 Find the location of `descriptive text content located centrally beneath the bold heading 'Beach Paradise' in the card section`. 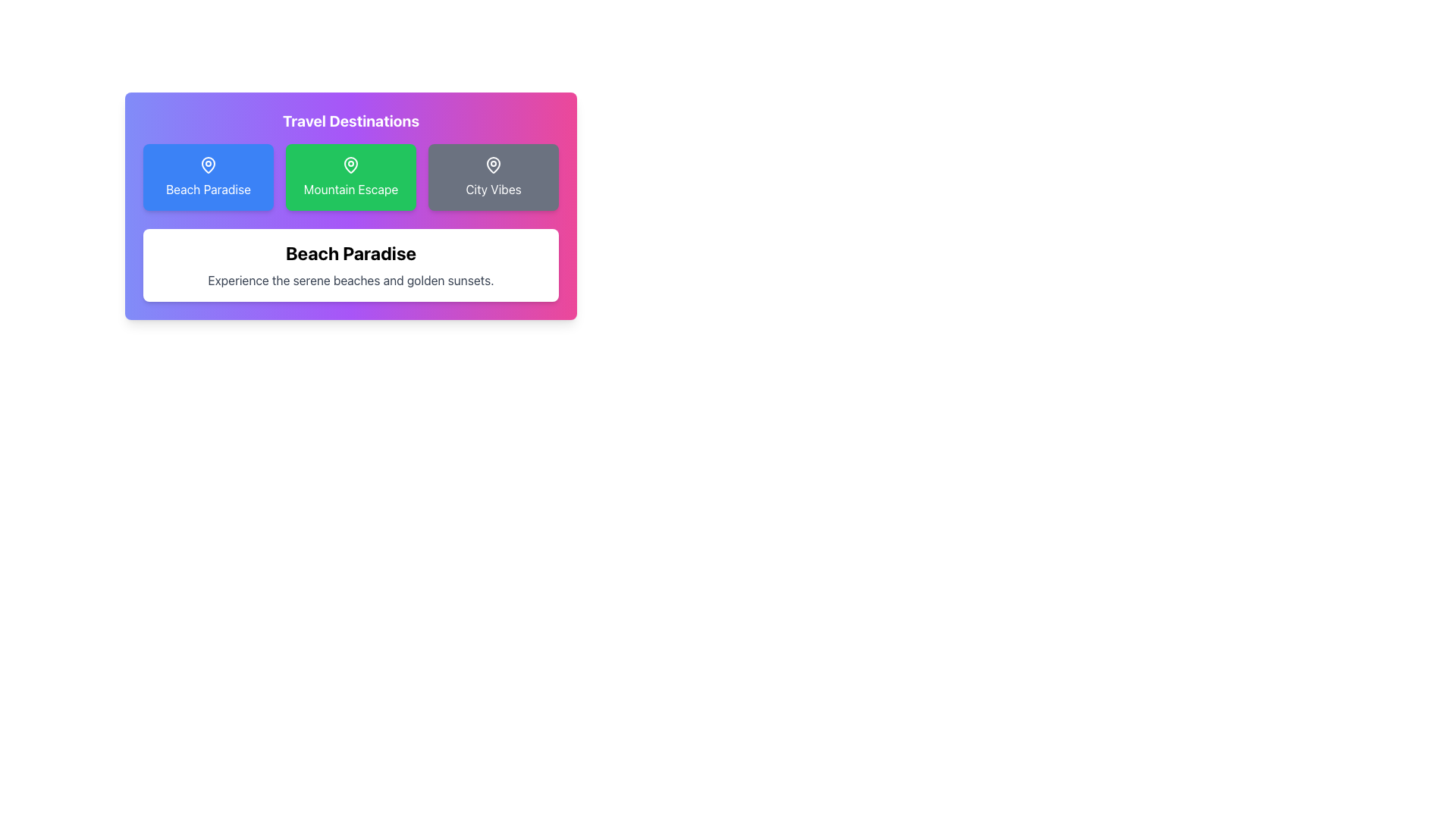

descriptive text content located centrally beneath the bold heading 'Beach Paradise' in the card section is located at coordinates (350, 281).